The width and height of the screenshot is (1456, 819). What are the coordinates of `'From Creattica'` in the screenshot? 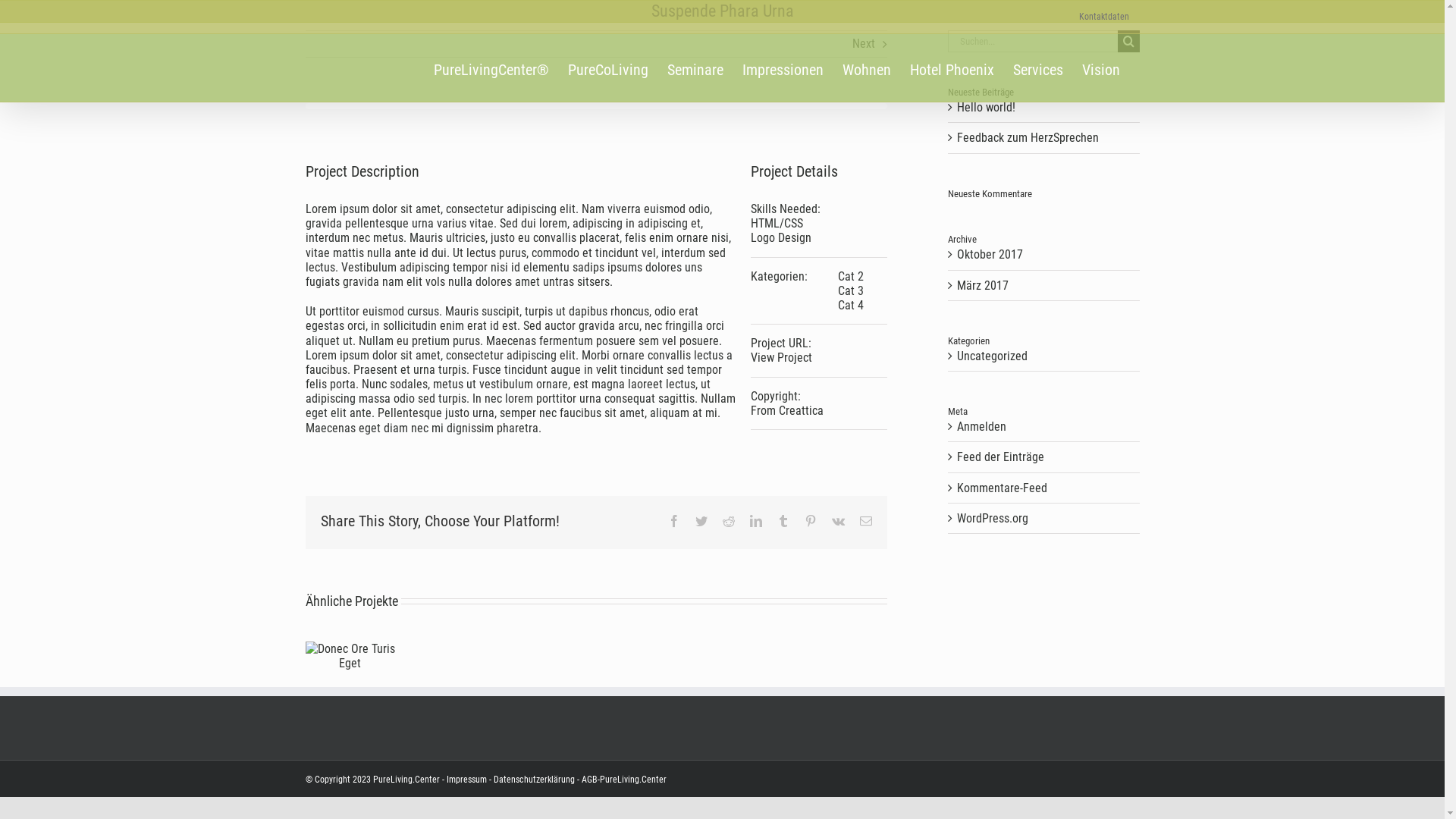 It's located at (786, 410).